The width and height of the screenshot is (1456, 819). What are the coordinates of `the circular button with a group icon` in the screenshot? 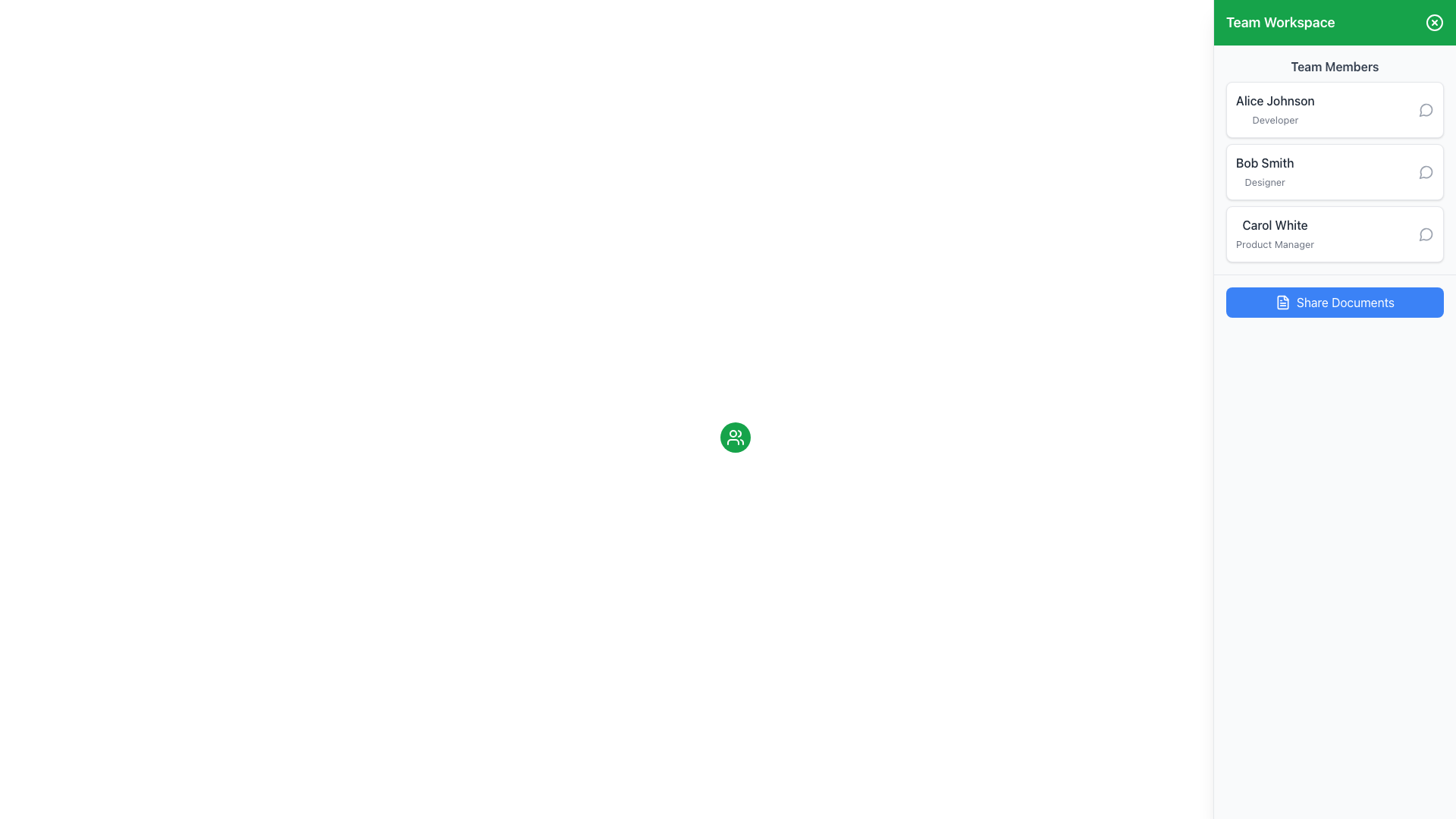 It's located at (735, 438).